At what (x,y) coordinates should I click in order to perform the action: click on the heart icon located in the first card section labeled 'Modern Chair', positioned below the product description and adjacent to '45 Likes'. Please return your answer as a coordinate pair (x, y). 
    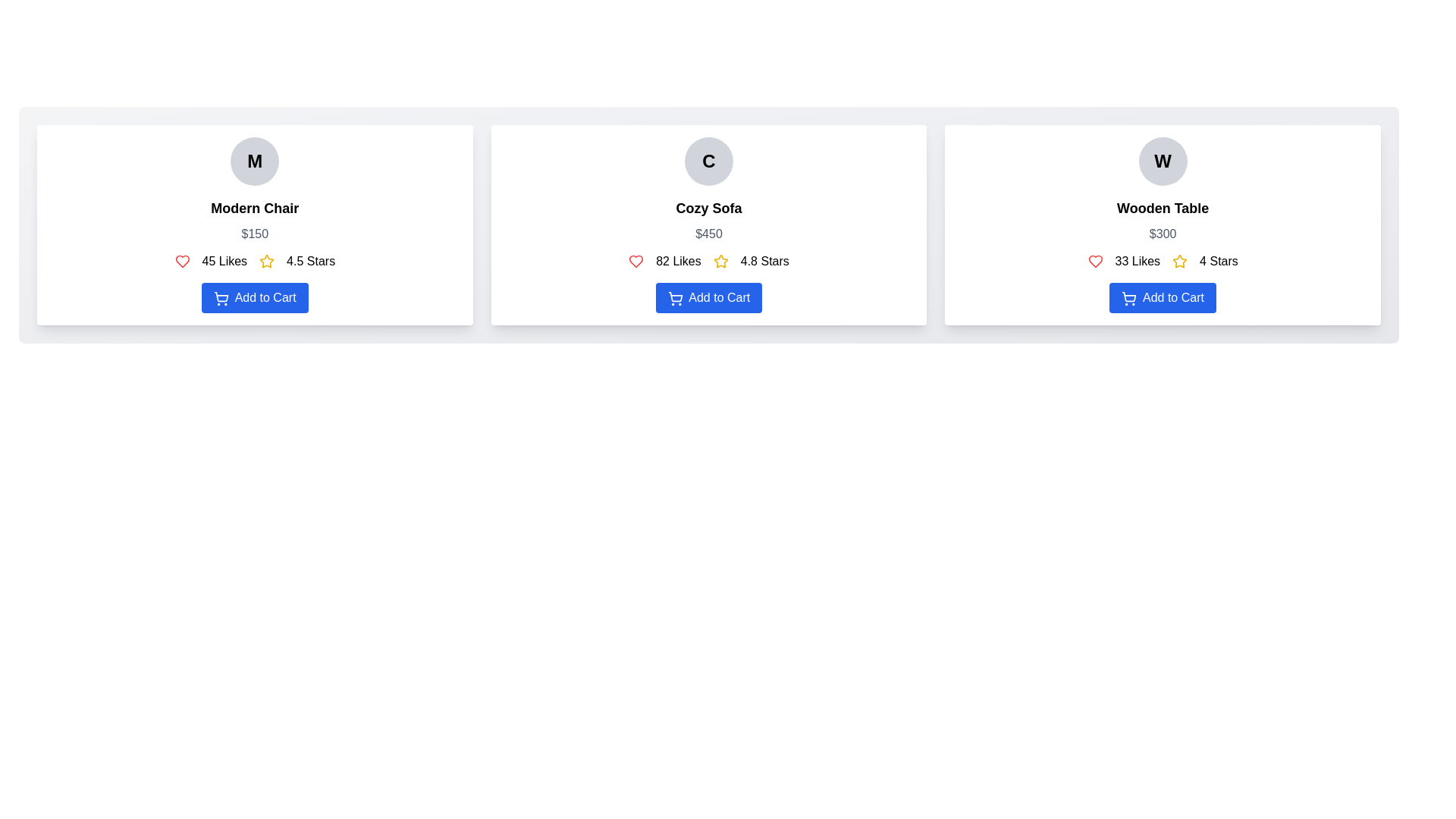
    Looking at the image, I should click on (182, 260).